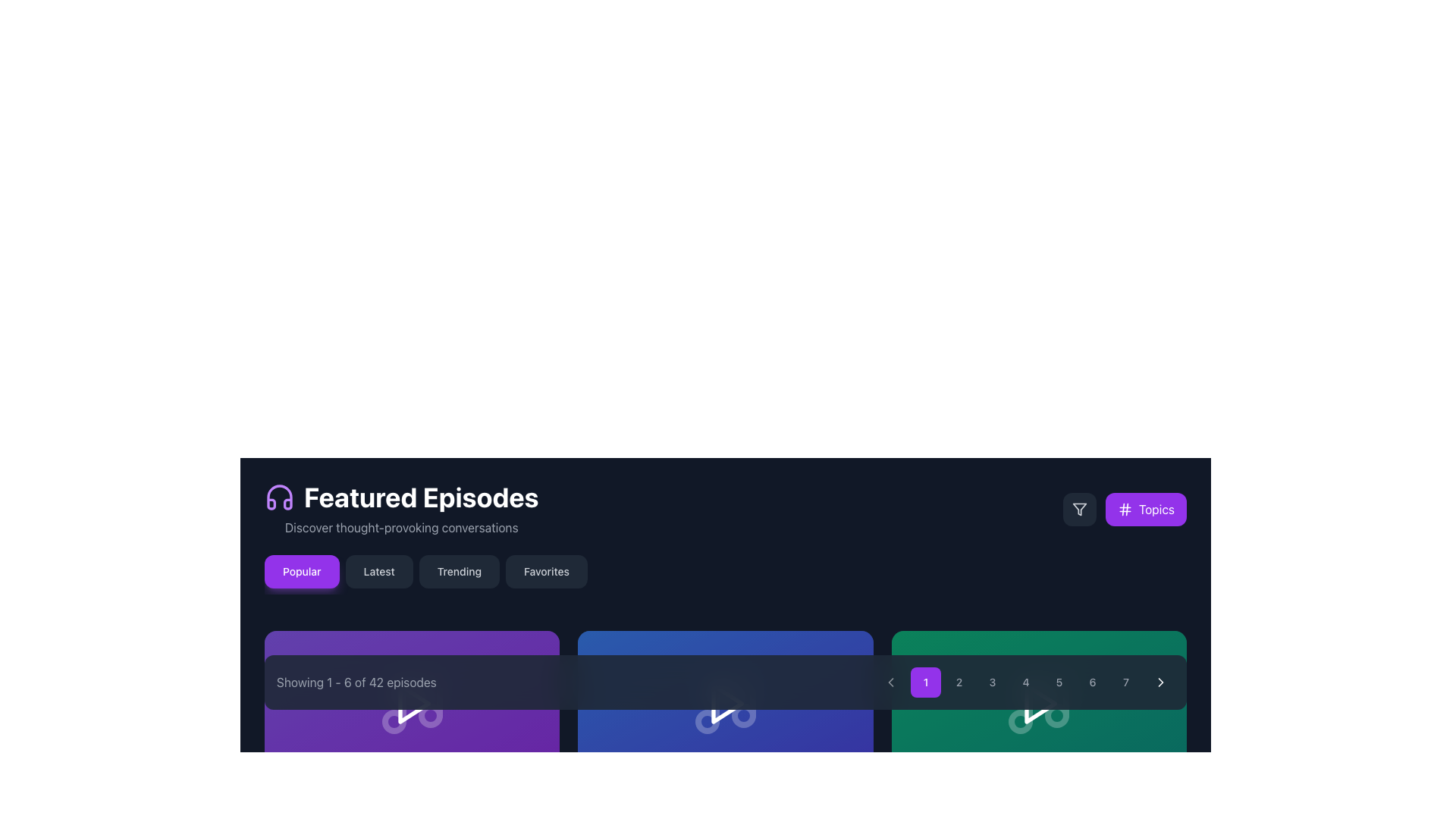 Image resolution: width=1456 pixels, height=819 pixels. What do you see at coordinates (1021, 721) in the screenshot?
I see `the middle circle graphic element located on the right side of the layout, which serves as a decorative or interactive graphical cue` at bounding box center [1021, 721].